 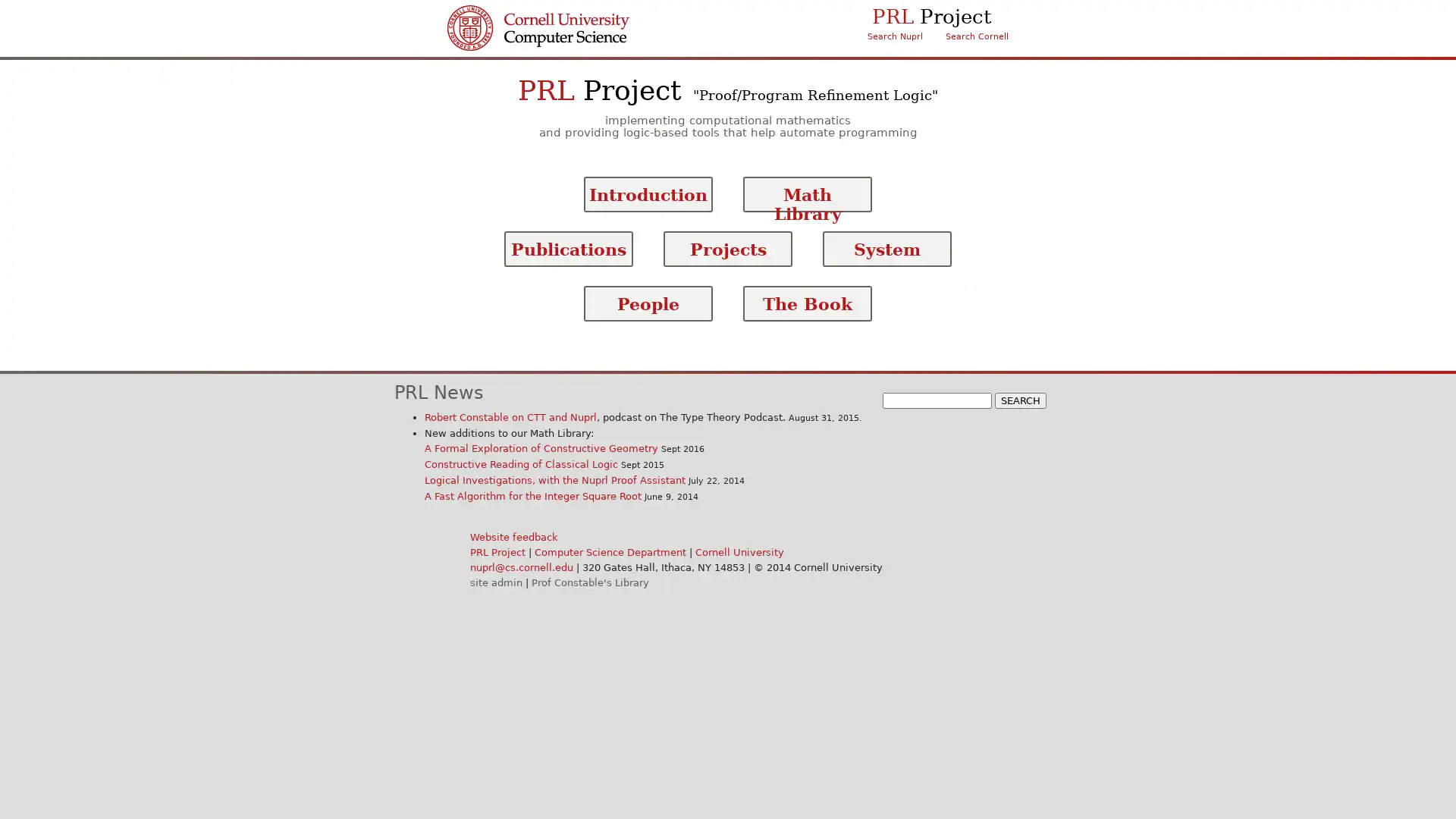 What do you see at coordinates (1020, 399) in the screenshot?
I see `SEARCH` at bounding box center [1020, 399].